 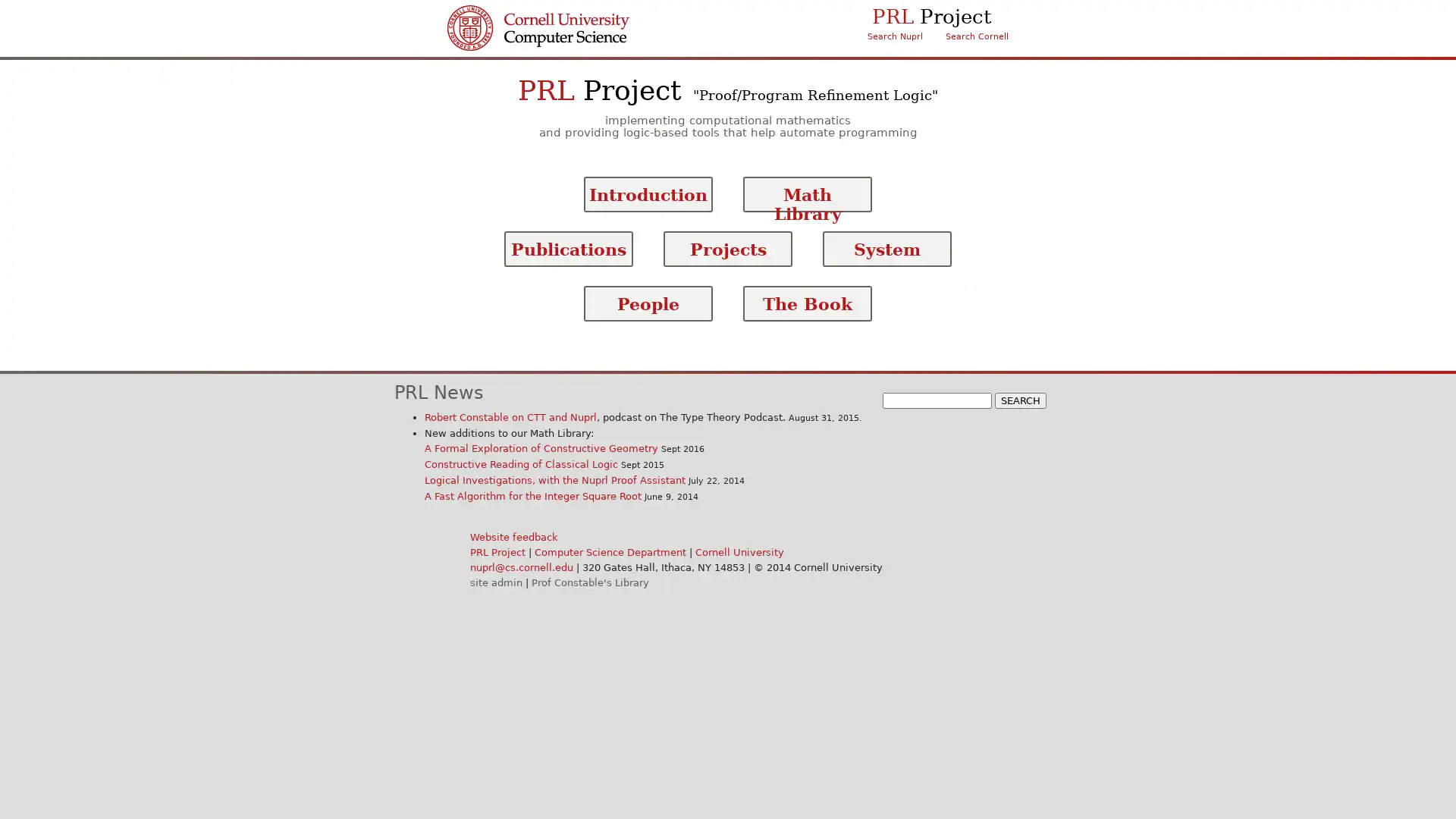 What do you see at coordinates (1020, 399) in the screenshot?
I see `SEARCH` at bounding box center [1020, 399].